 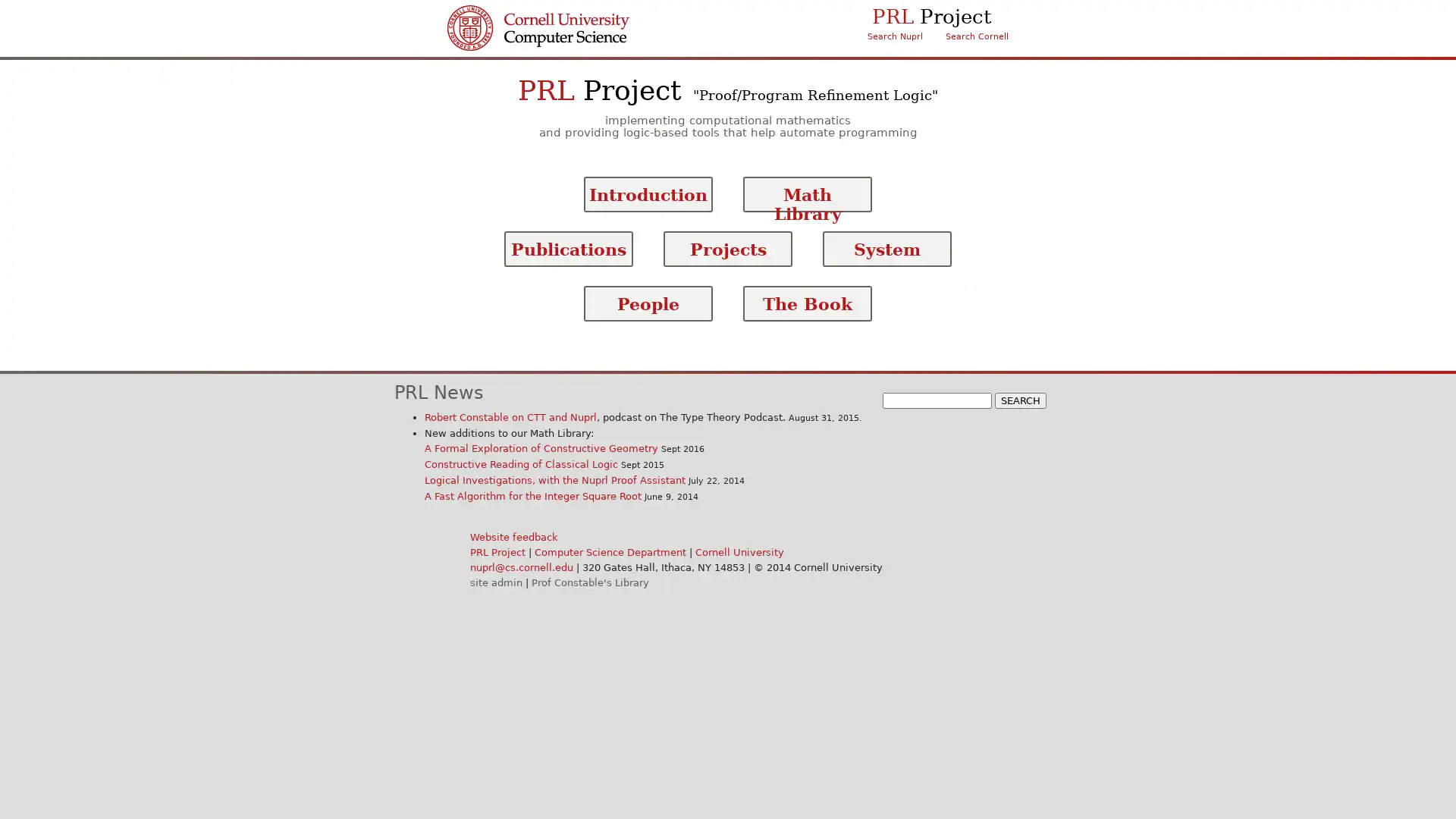 What do you see at coordinates (1020, 399) in the screenshot?
I see `SEARCH` at bounding box center [1020, 399].